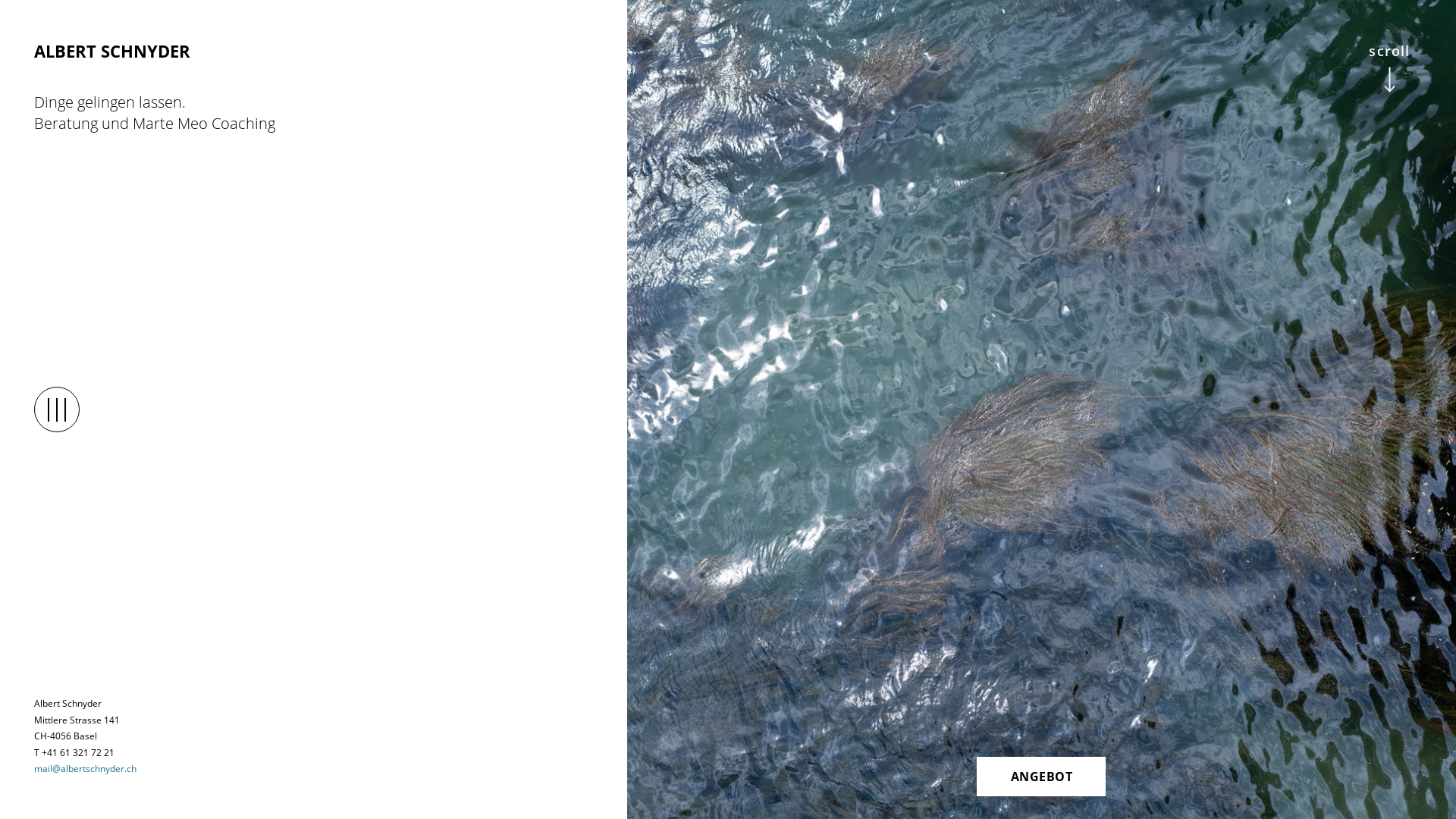  Describe the element at coordinates (84, 768) in the screenshot. I see `'mail@albertschnyder.ch'` at that location.